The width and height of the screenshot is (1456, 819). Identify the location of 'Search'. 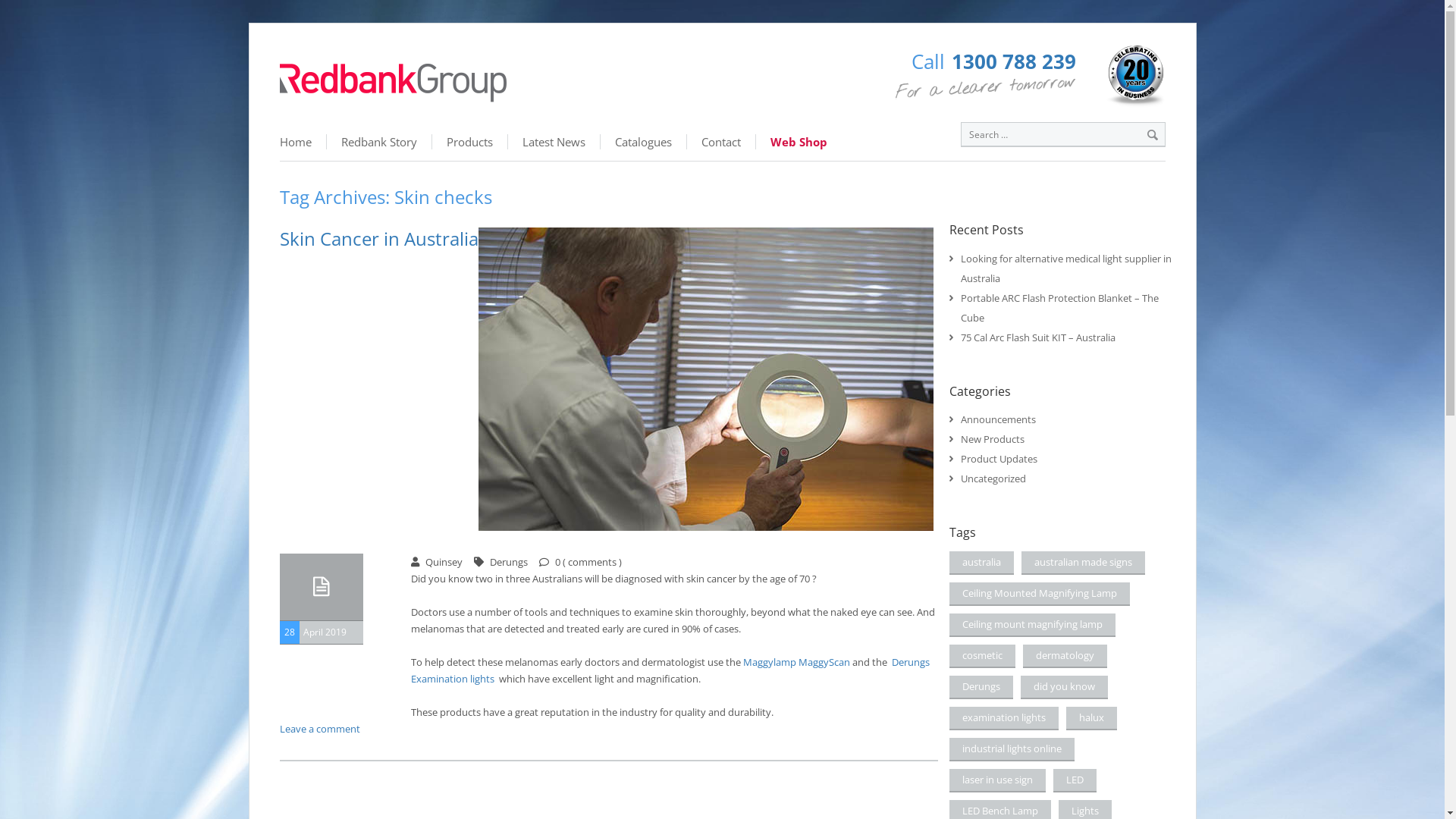
(1151, 133).